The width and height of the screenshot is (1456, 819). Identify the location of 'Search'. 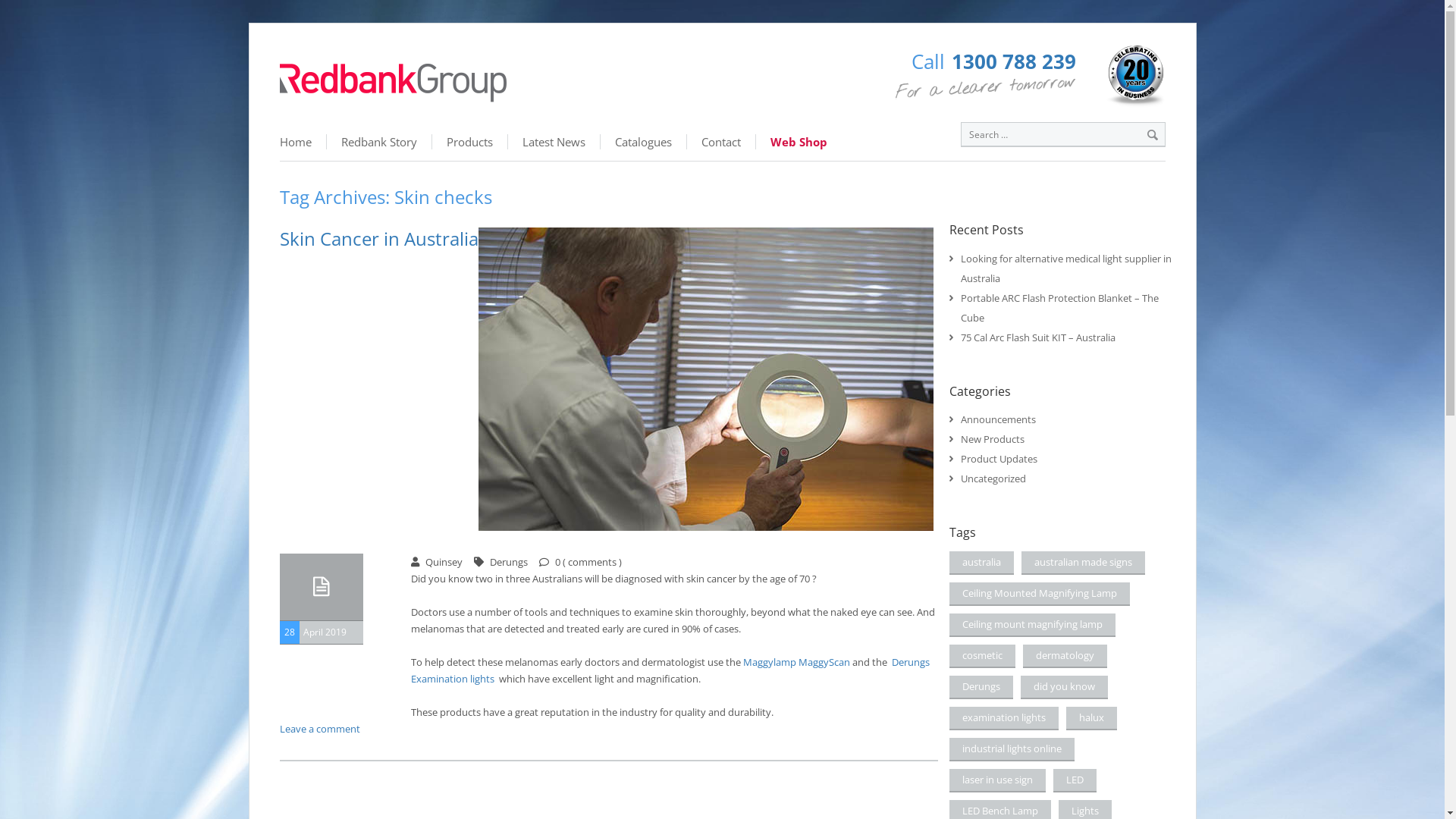
(1151, 133).